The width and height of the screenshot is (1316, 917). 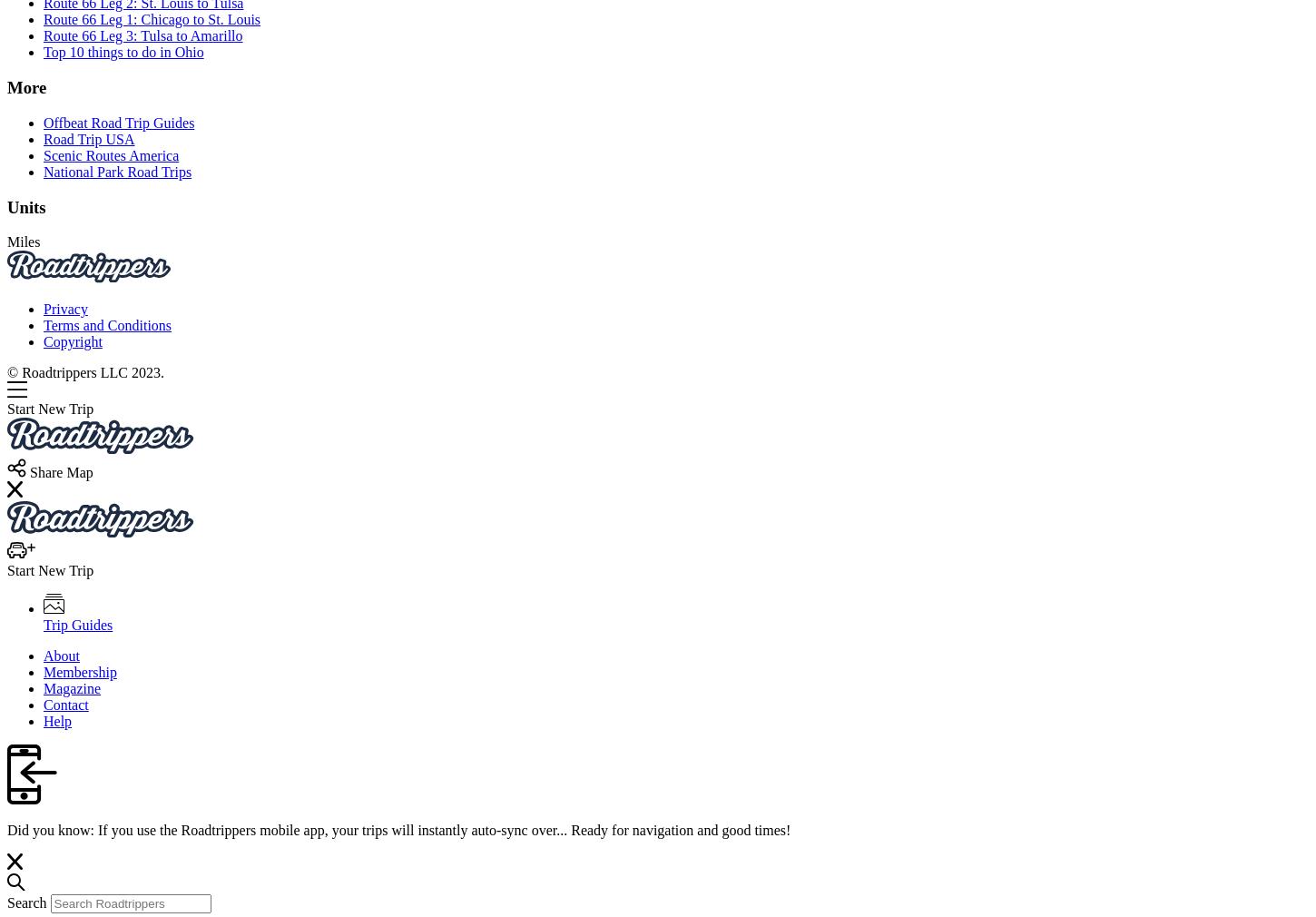 What do you see at coordinates (107, 325) in the screenshot?
I see `'Terms and Conditions'` at bounding box center [107, 325].